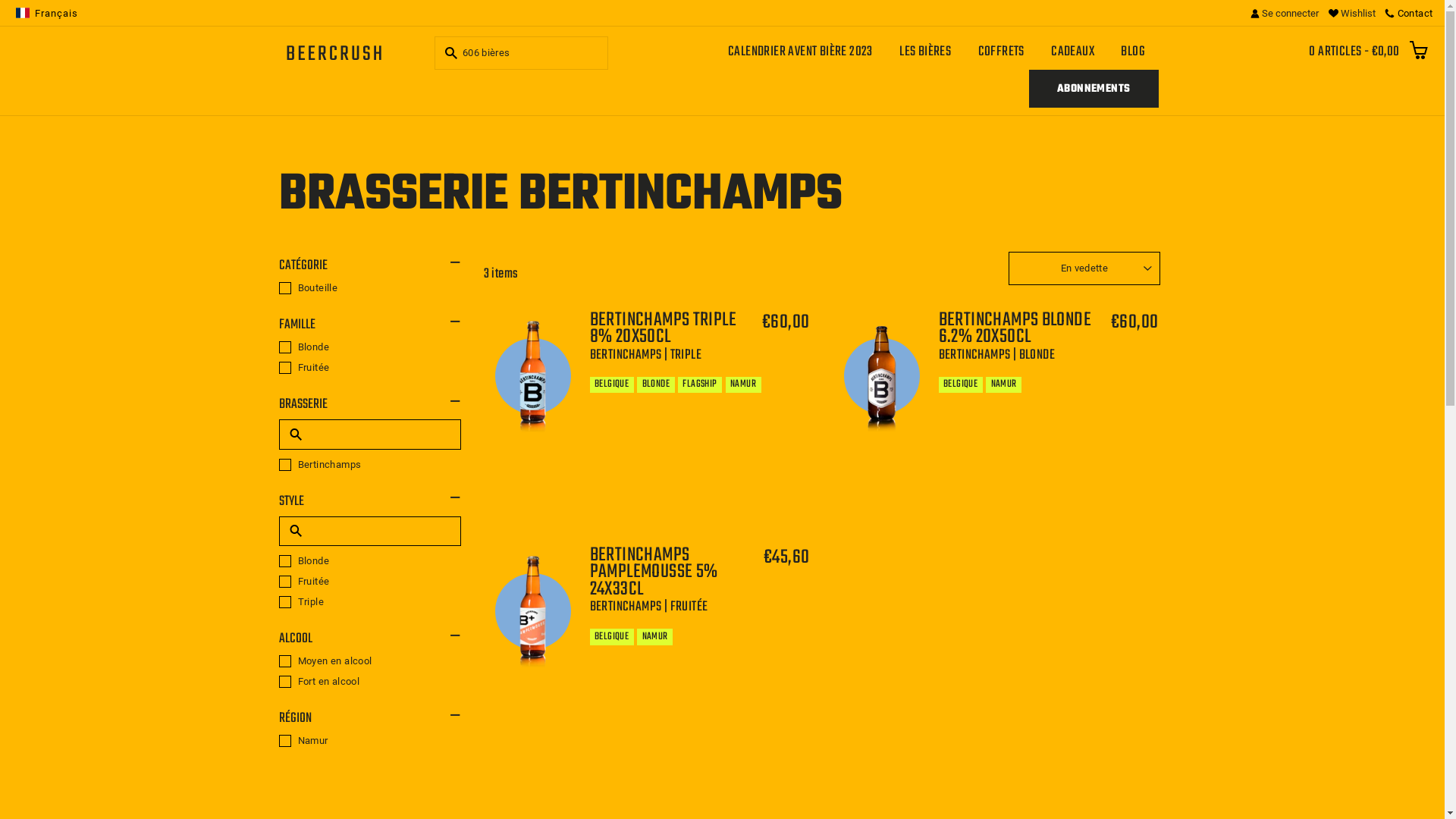  Describe the element at coordinates (1133, 51) in the screenshot. I see `'BLOG'` at that location.